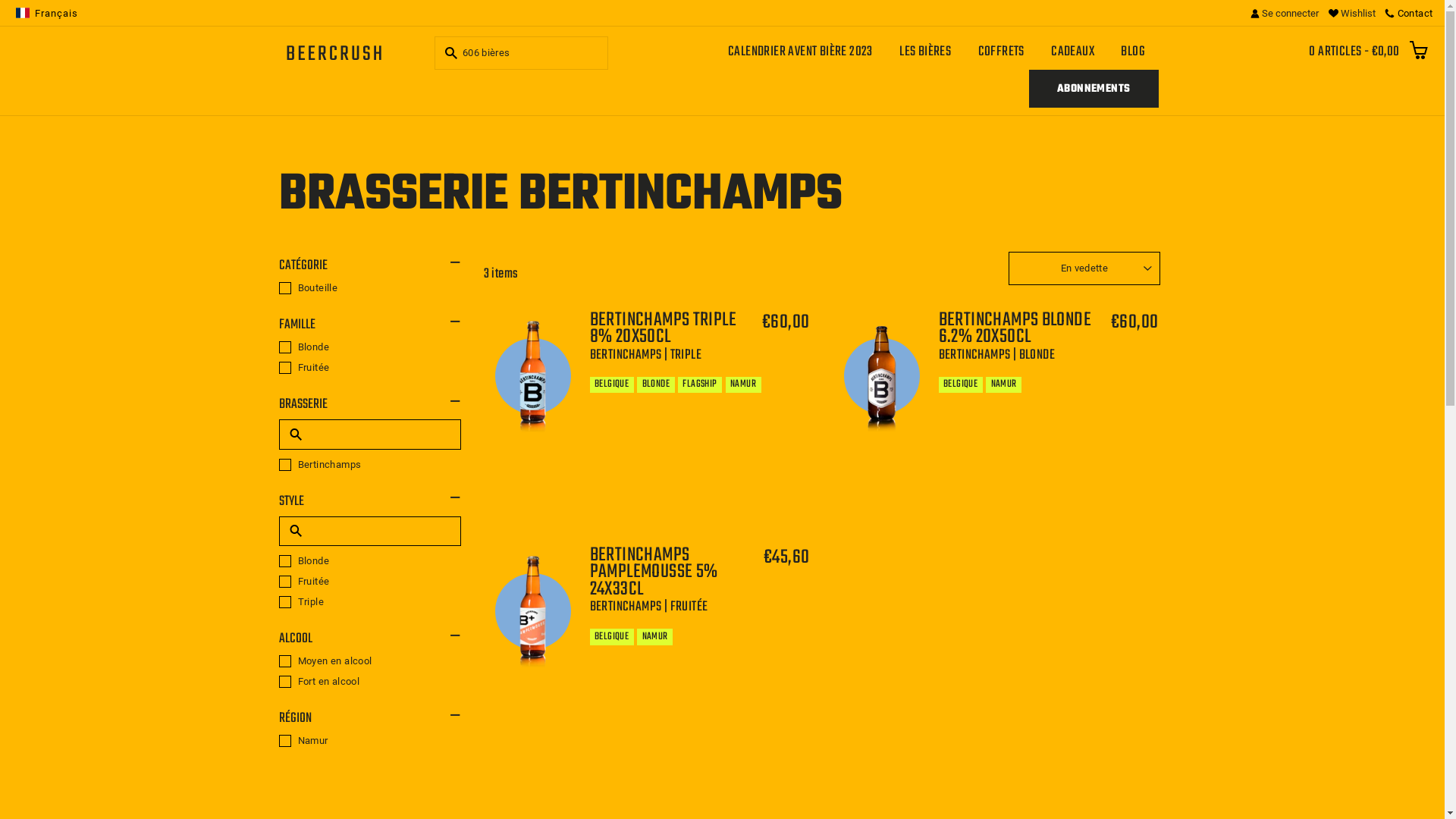  Describe the element at coordinates (1133, 51) in the screenshot. I see `'BLOG'` at that location.